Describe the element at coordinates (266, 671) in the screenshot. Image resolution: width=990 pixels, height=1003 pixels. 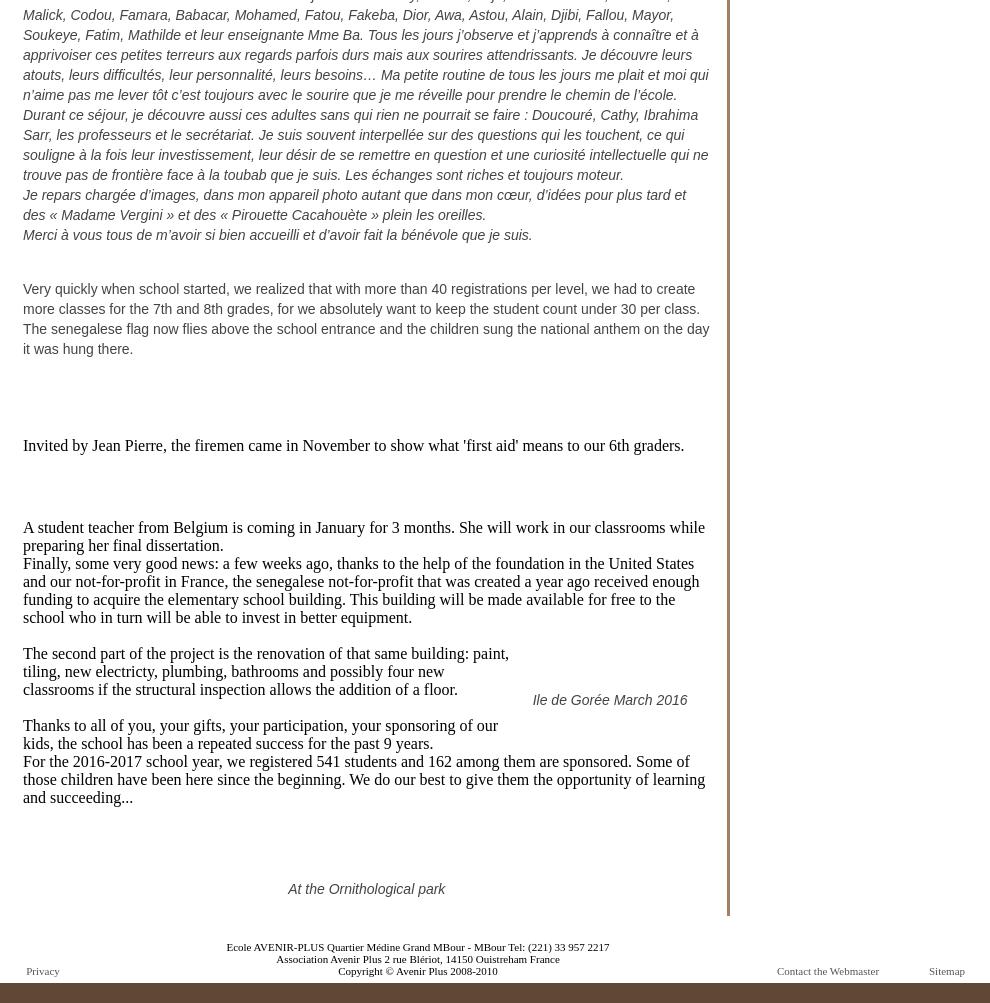
I see `'The second part of the project is the renovation of that same building: paint, tiling, new electricty, plumbing, bathrooms and possibly four new classrooms if the structural inspection allows the addition of a floor.'` at that location.